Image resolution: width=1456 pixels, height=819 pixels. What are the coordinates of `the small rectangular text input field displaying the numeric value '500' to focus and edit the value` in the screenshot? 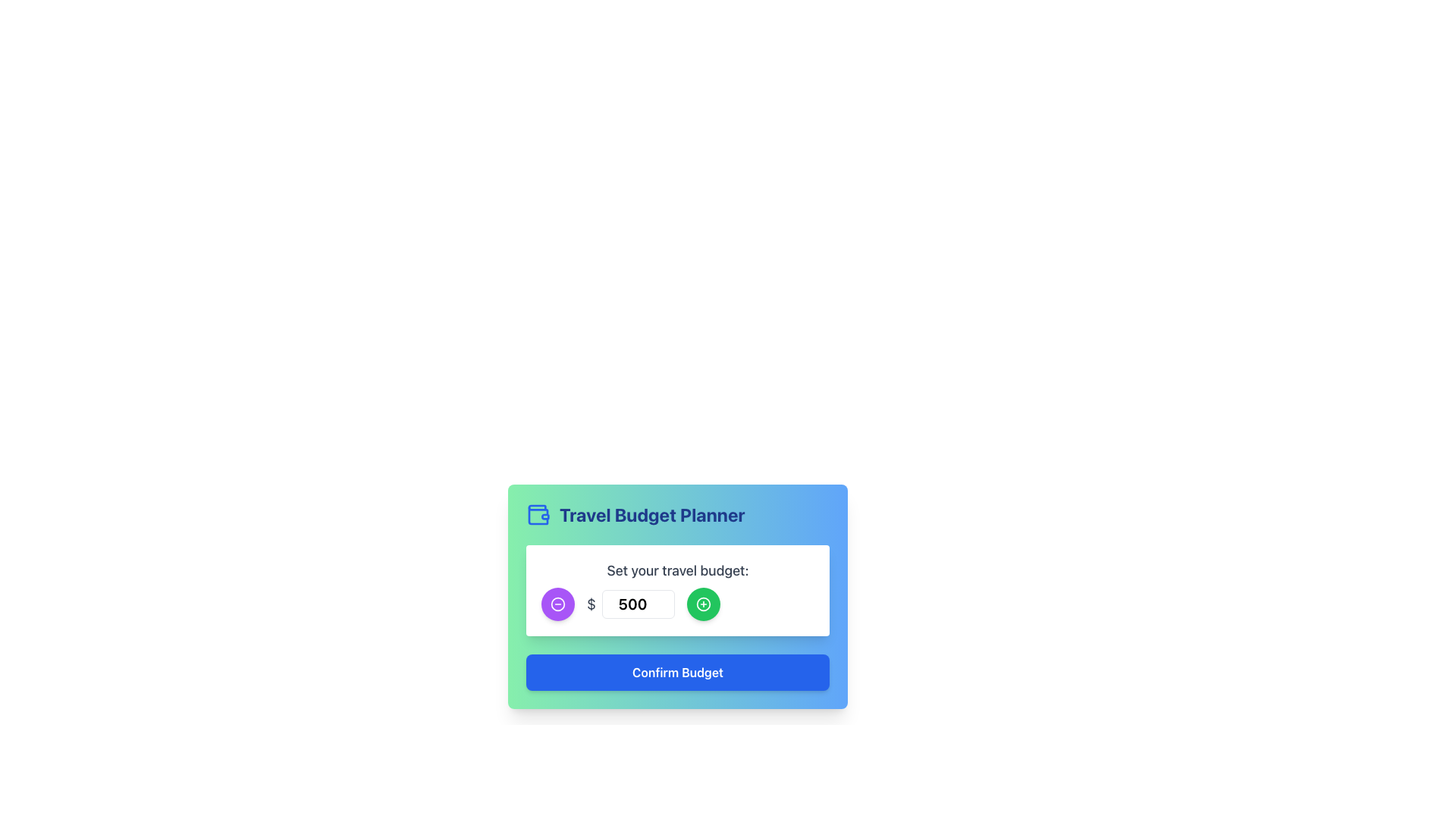 It's located at (638, 604).